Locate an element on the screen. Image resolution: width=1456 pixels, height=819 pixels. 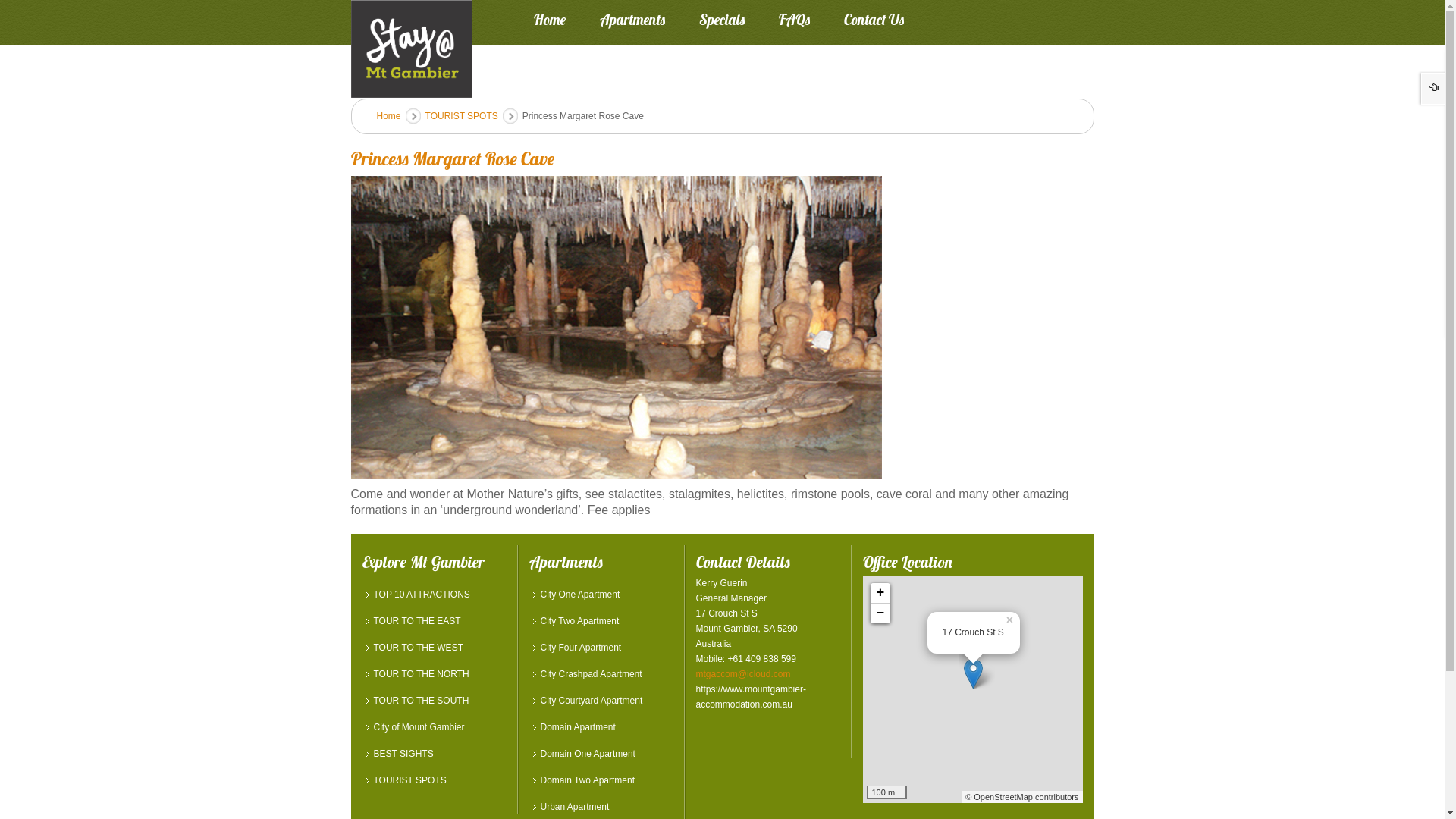
'BEST SIGHTS' is located at coordinates (433, 754).